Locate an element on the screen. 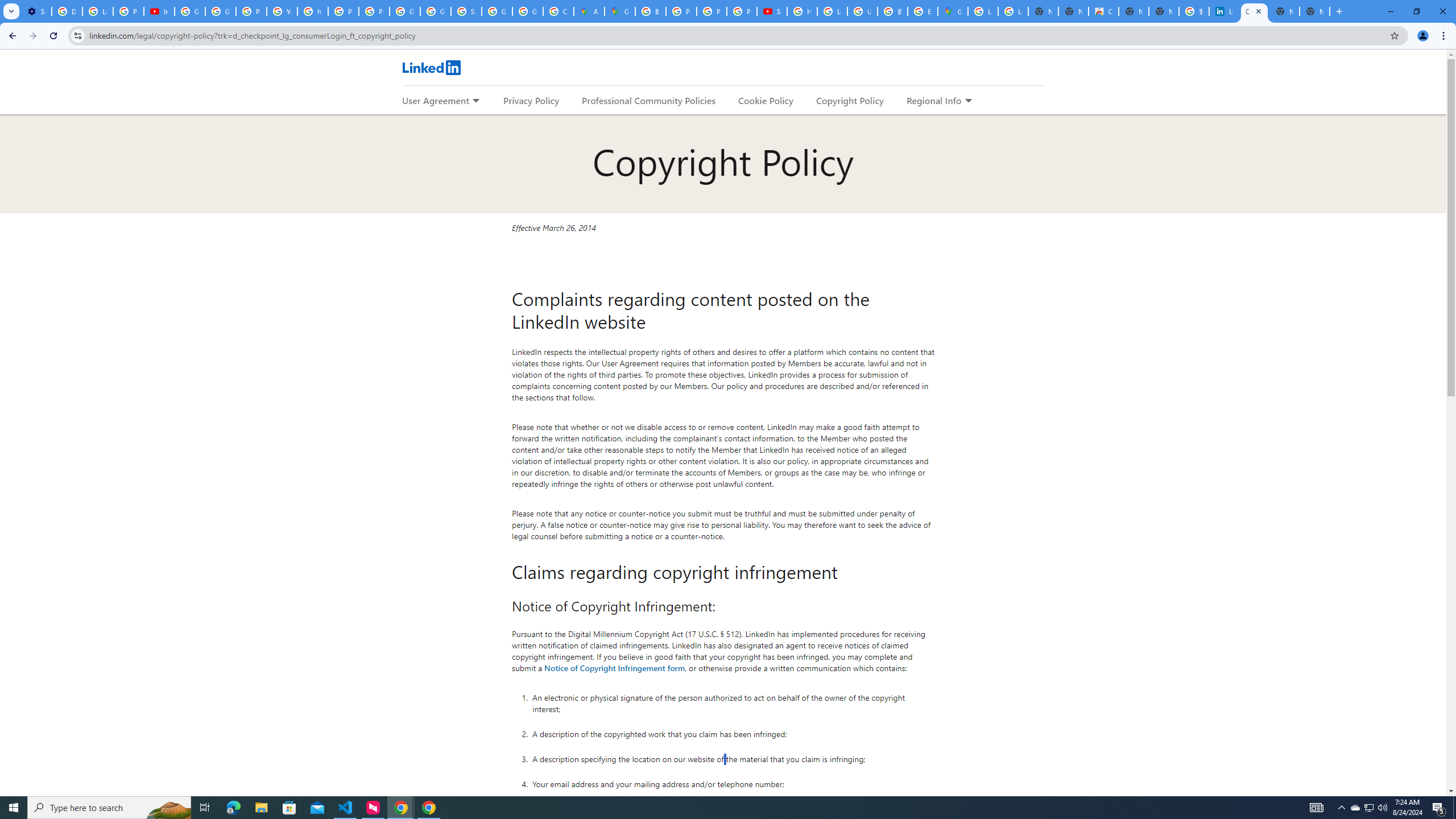  'Google Account Help' is located at coordinates (190, 11).